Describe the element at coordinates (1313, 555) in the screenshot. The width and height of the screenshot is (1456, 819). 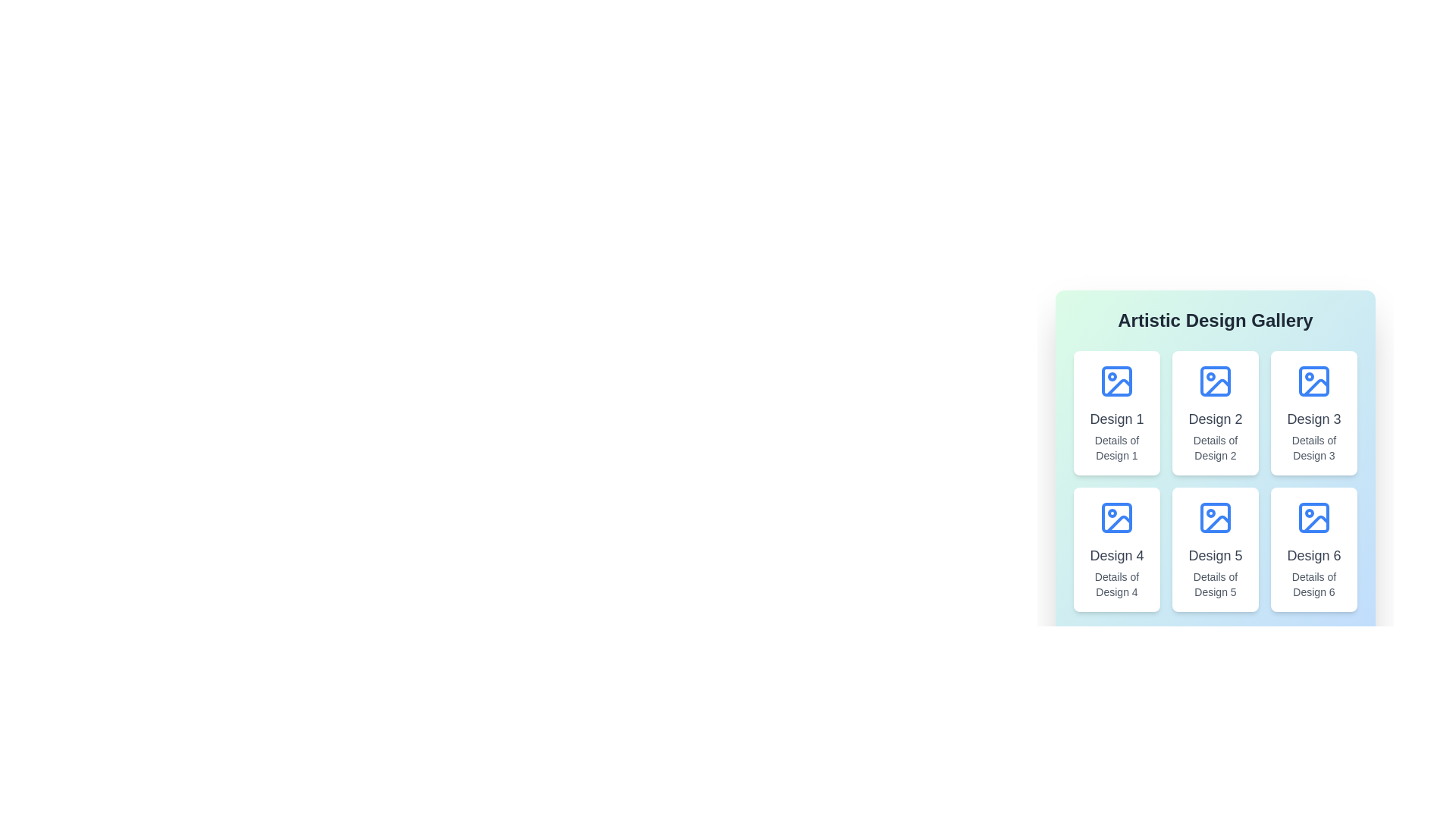
I see `the Text Label element displaying 'Design 6', which is styled in gray color with medium font weight and is located in the rightmost column of the bottom row of a 3x2 grid structure` at that location.